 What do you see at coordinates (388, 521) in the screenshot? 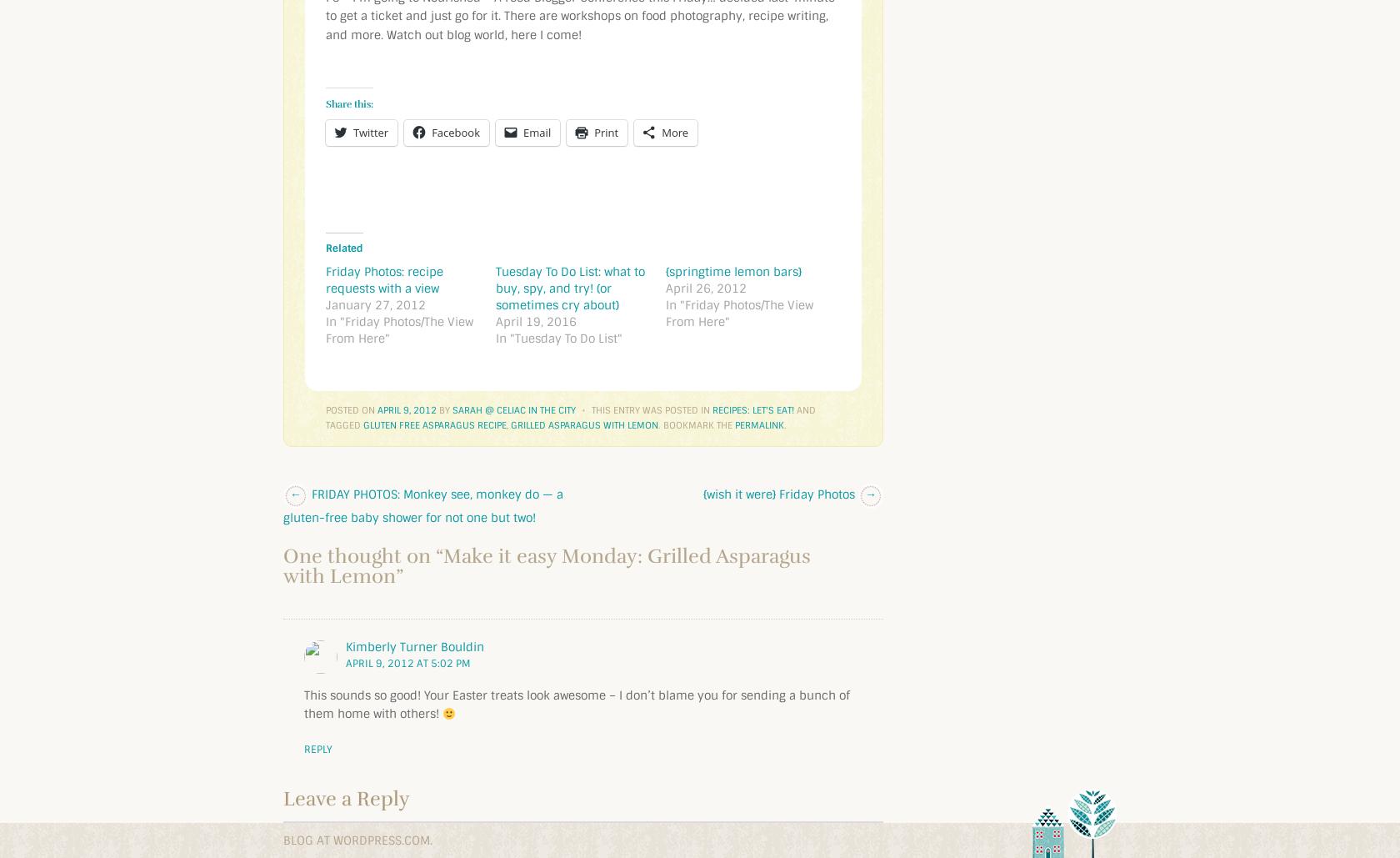
I see `'Post navigation'` at bounding box center [388, 521].